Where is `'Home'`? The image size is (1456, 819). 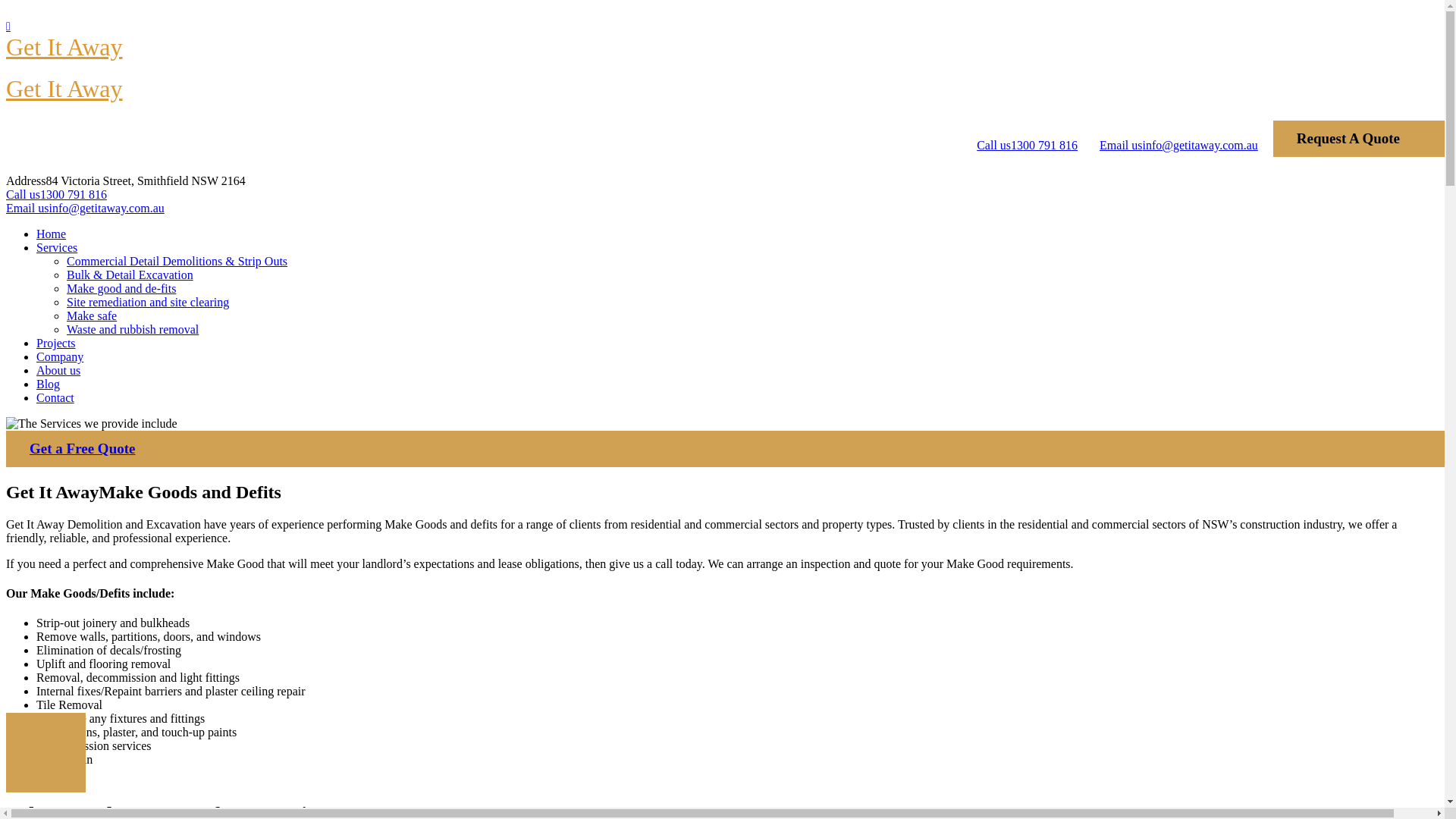 'Home' is located at coordinates (51, 234).